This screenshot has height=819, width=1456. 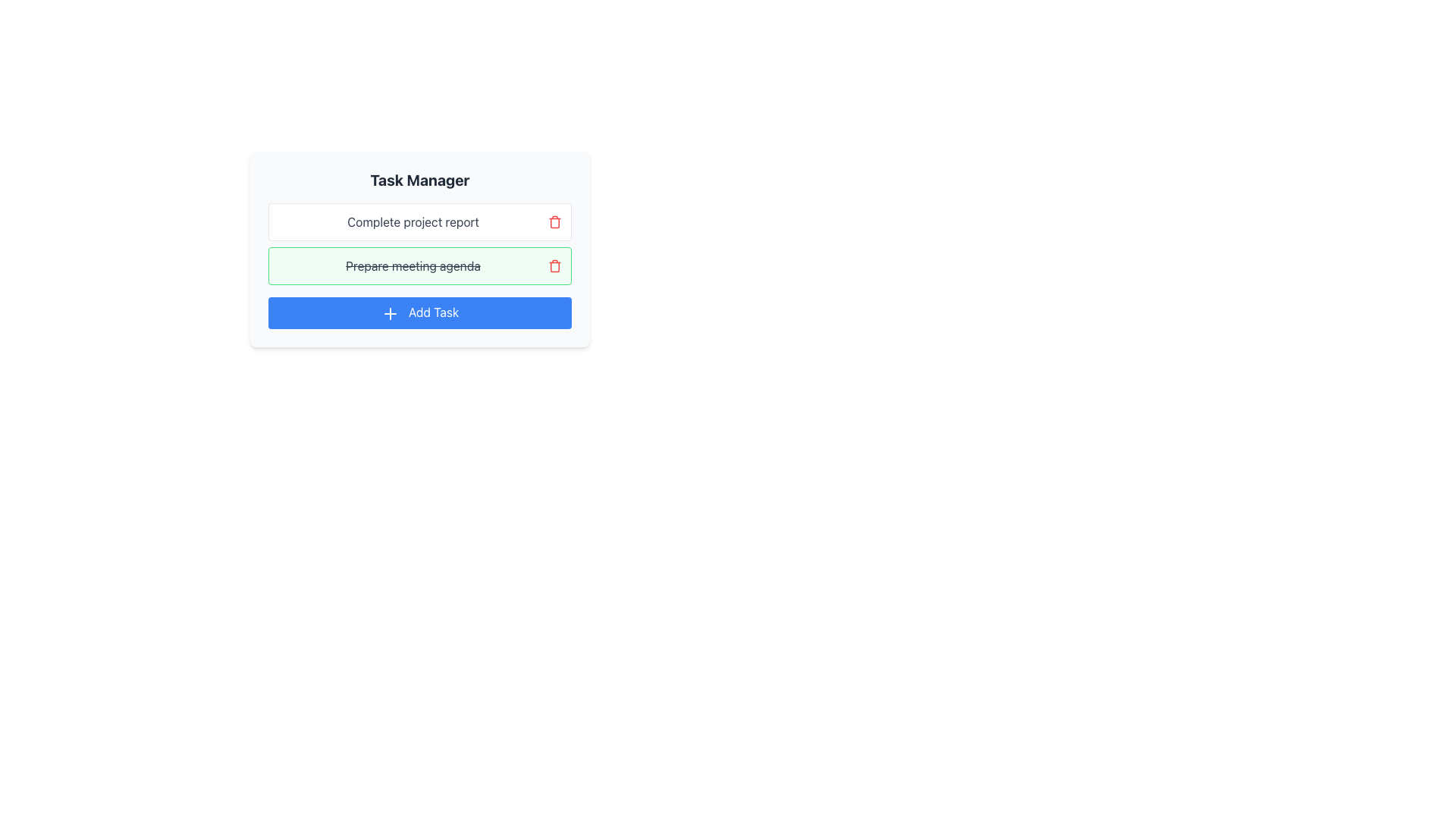 What do you see at coordinates (419, 222) in the screenshot?
I see `the task entry labeled 'Complete project report'` at bounding box center [419, 222].